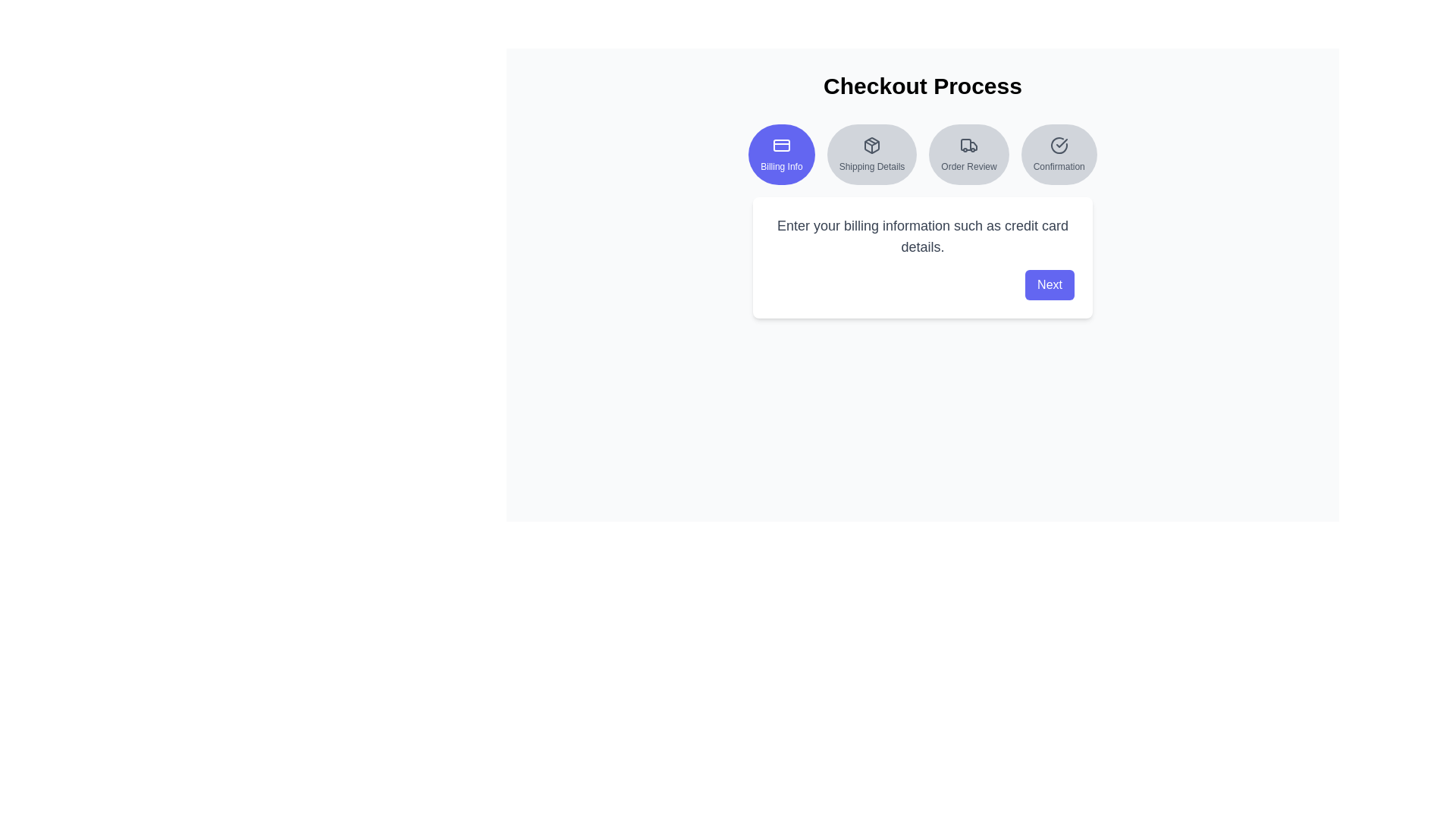  Describe the element at coordinates (1048, 284) in the screenshot. I see `the 'Next' button to proceed to the next step in the checkout process` at that location.